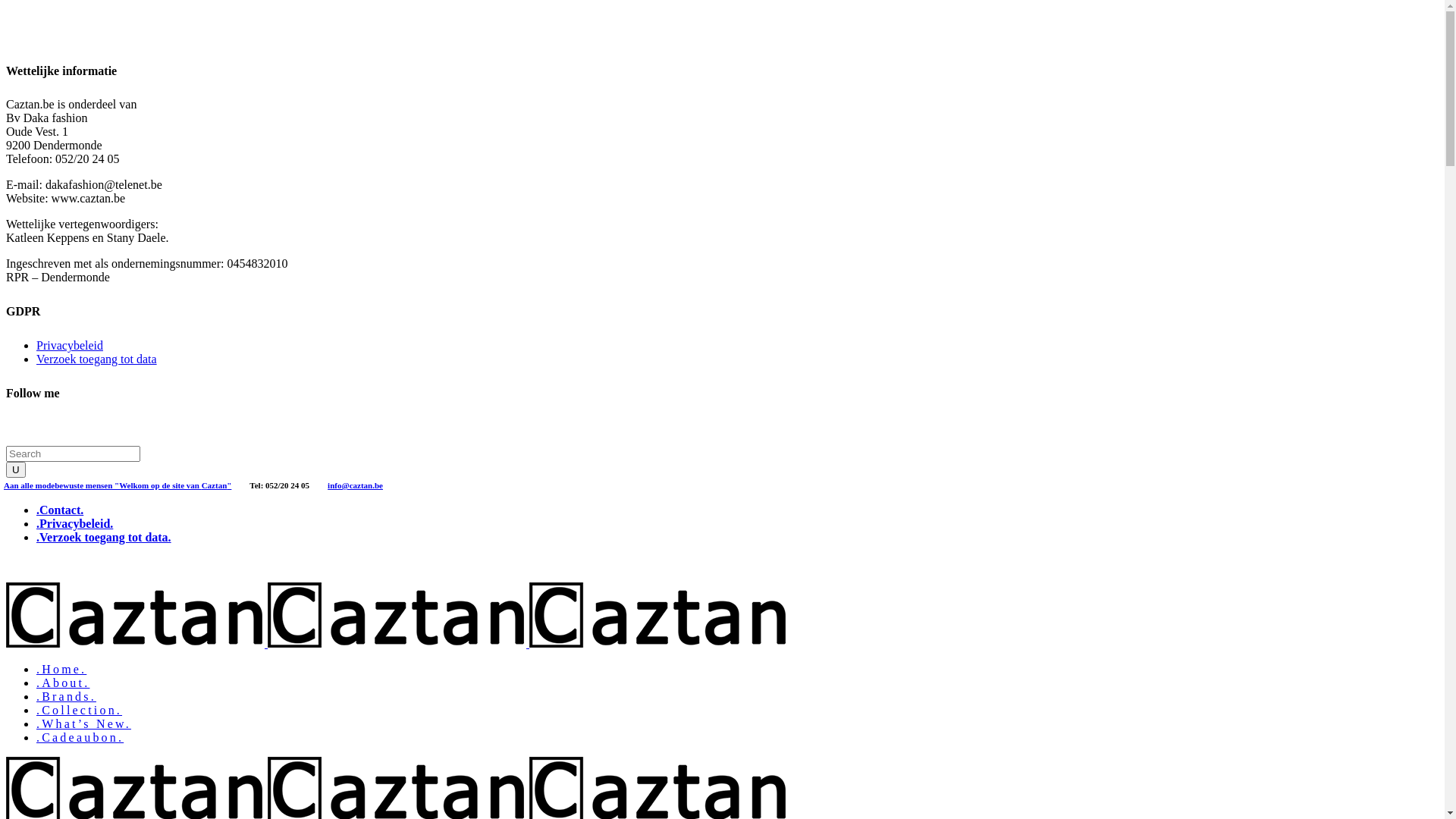 The image size is (1456, 819). Describe the element at coordinates (36, 345) in the screenshot. I see `'Privacybeleid'` at that location.